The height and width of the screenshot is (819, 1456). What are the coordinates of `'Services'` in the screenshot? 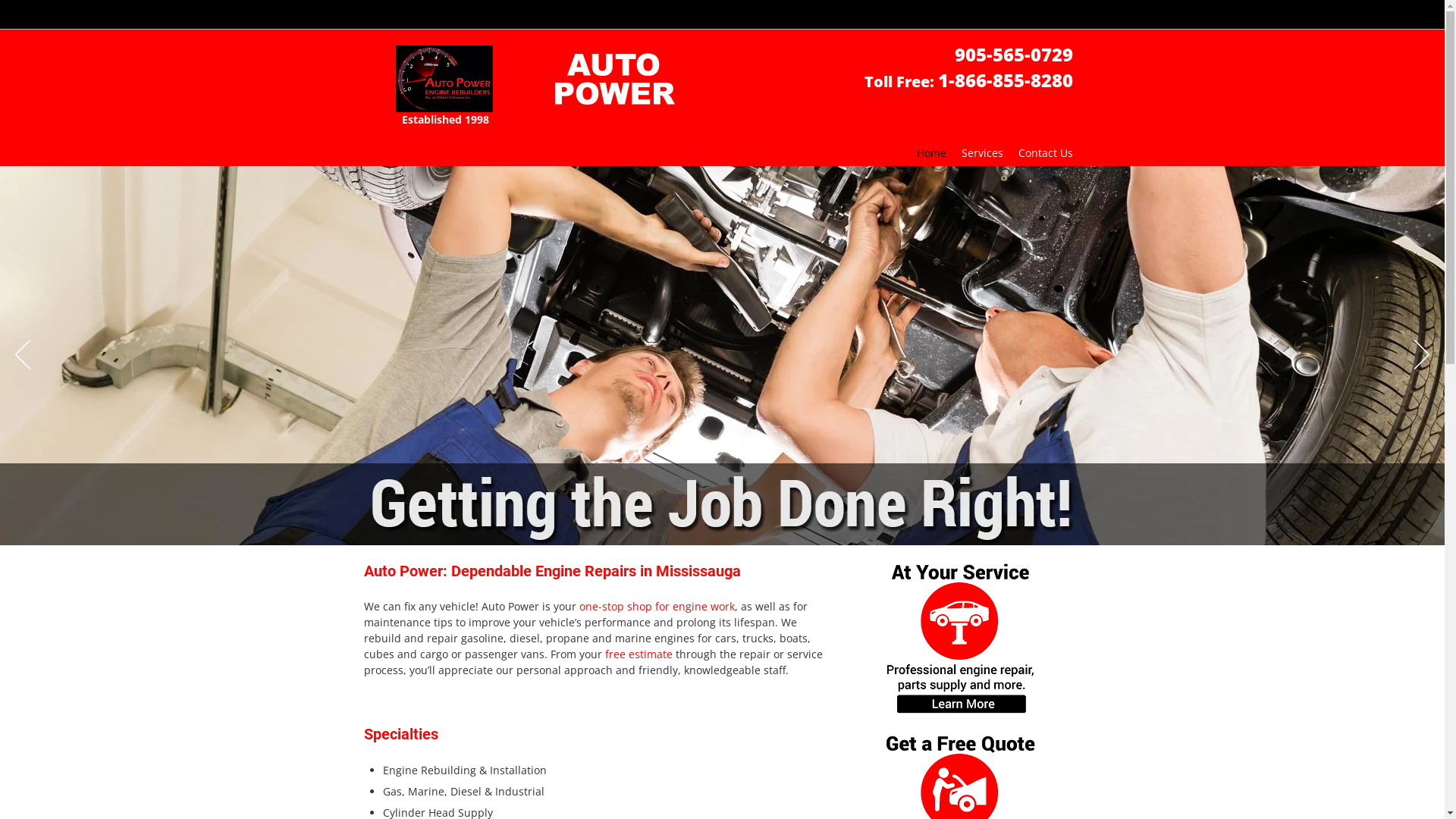 It's located at (982, 152).